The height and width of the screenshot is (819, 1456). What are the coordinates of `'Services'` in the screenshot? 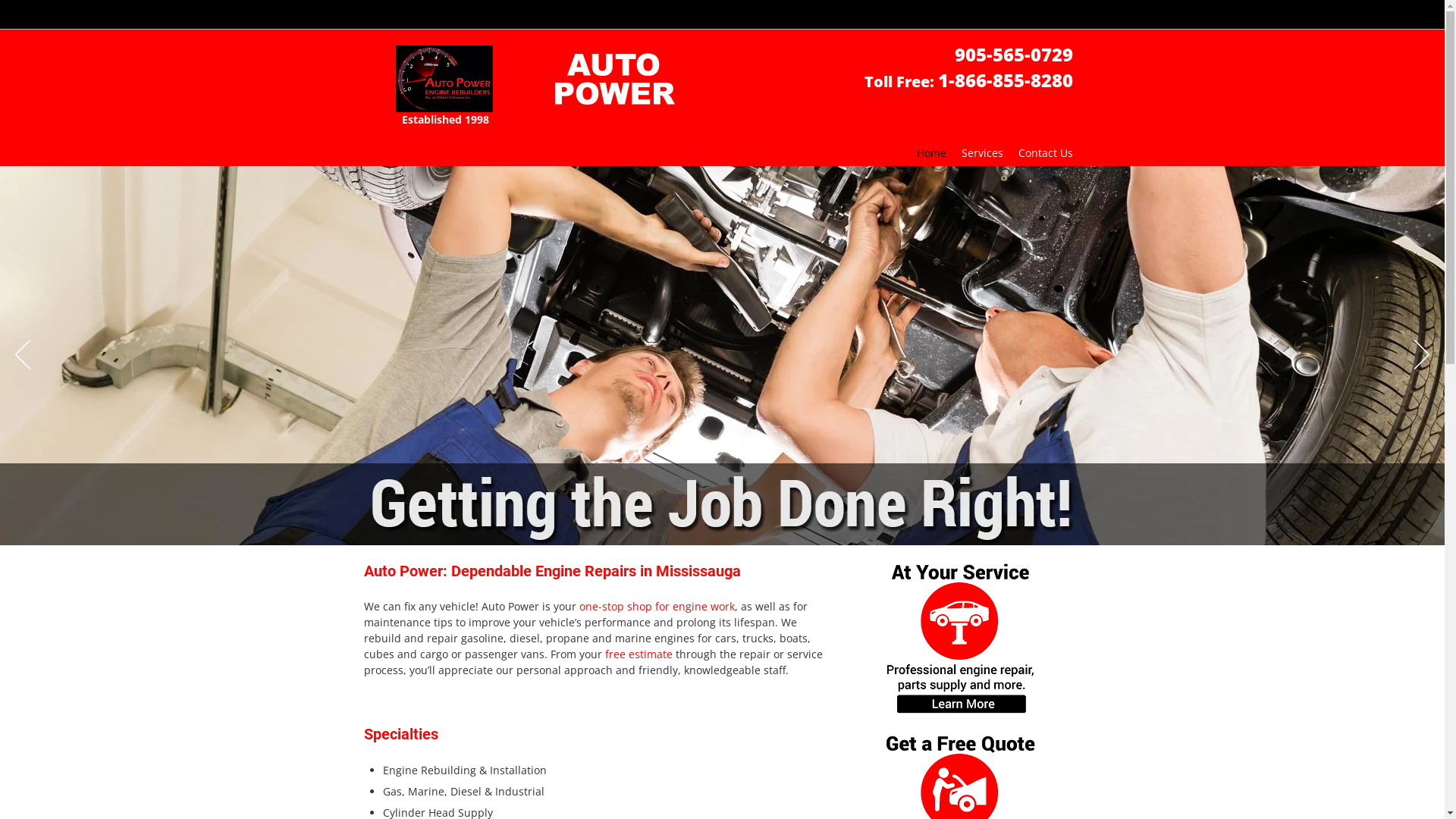 It's located at (982, 152).